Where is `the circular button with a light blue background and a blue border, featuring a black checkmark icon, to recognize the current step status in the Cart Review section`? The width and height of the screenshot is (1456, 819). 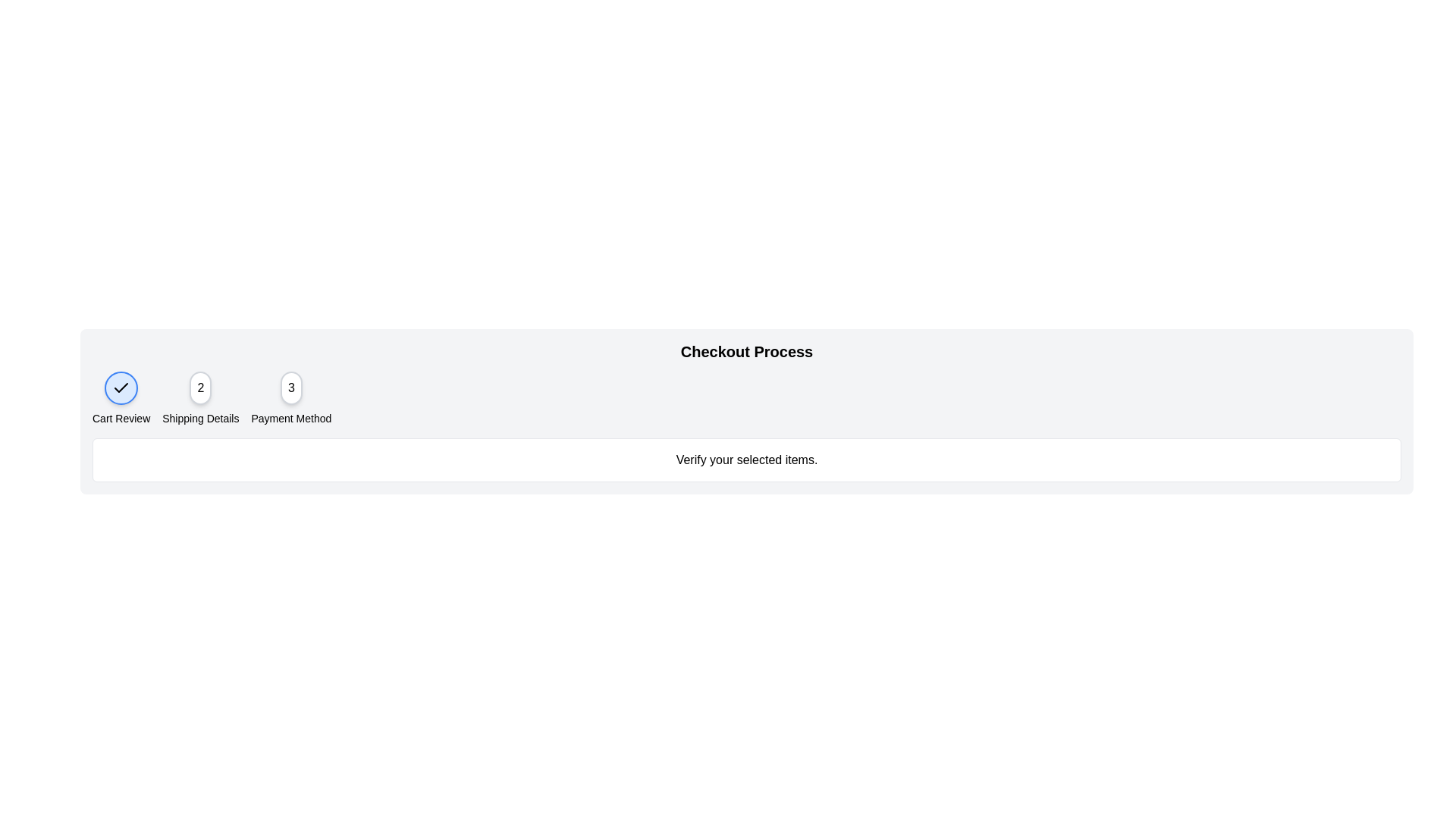
the circular button with a light blue background and a blue border, featuring a black checkmark icon, to recognize the current step status in the Cart Review section is located at coordinates (121, 388).